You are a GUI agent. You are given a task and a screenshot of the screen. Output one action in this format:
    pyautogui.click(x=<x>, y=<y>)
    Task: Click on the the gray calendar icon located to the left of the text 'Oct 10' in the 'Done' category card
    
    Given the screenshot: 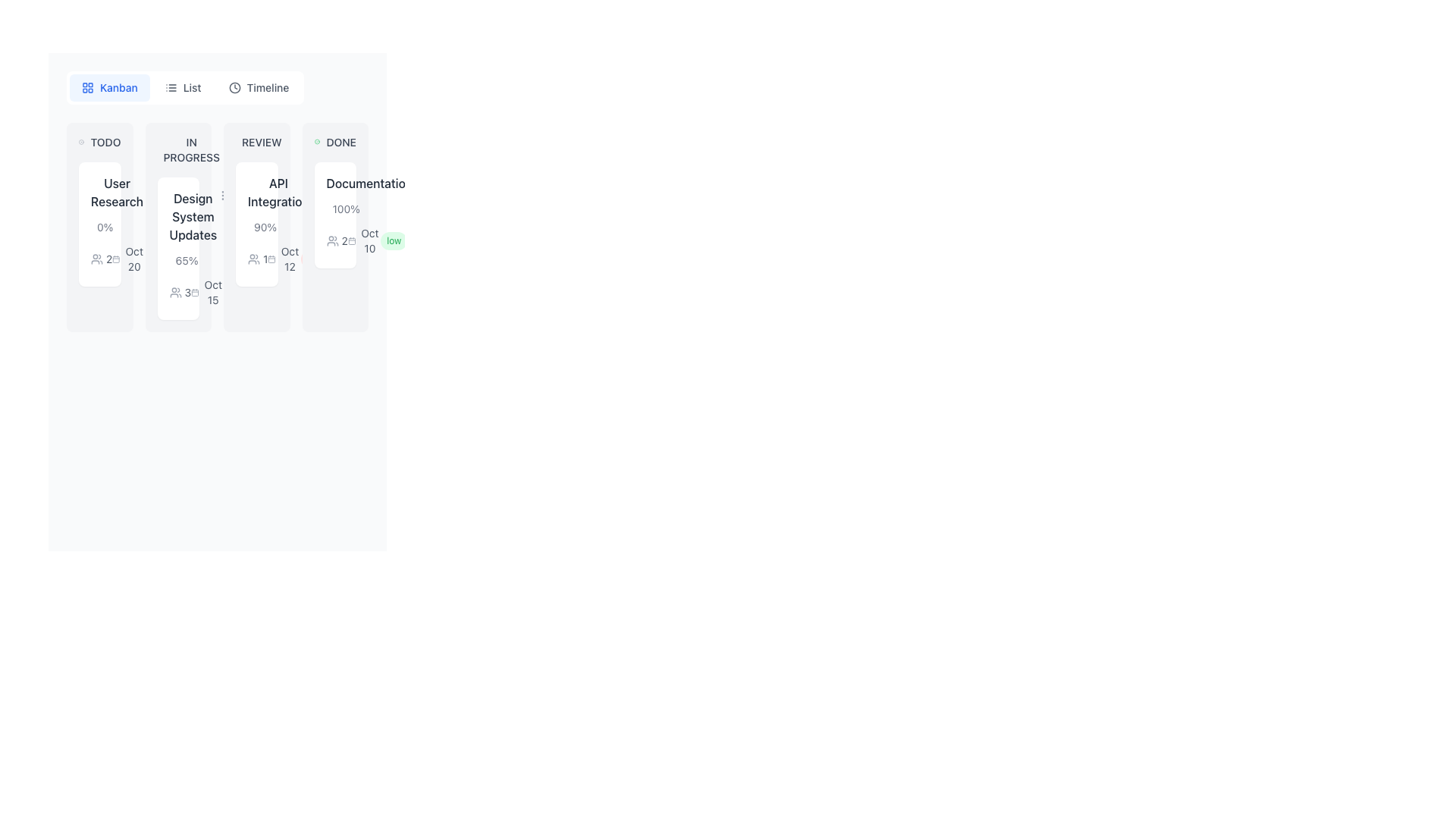 What is the action you would take?
    pyautogui.click(x=351, y=240)
    